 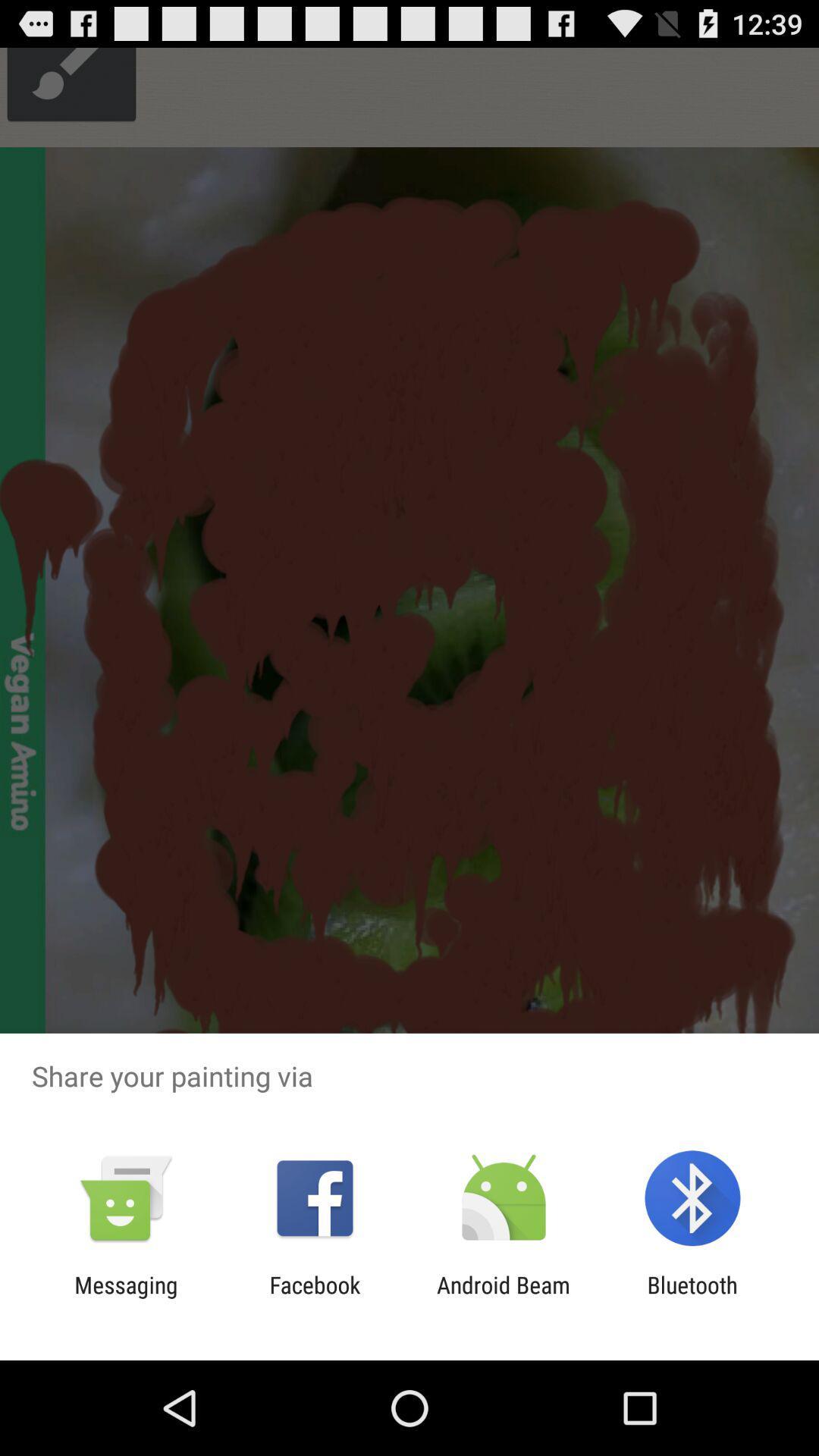 I want to click on item next to messaging icon, so click(x=314, y=1298).